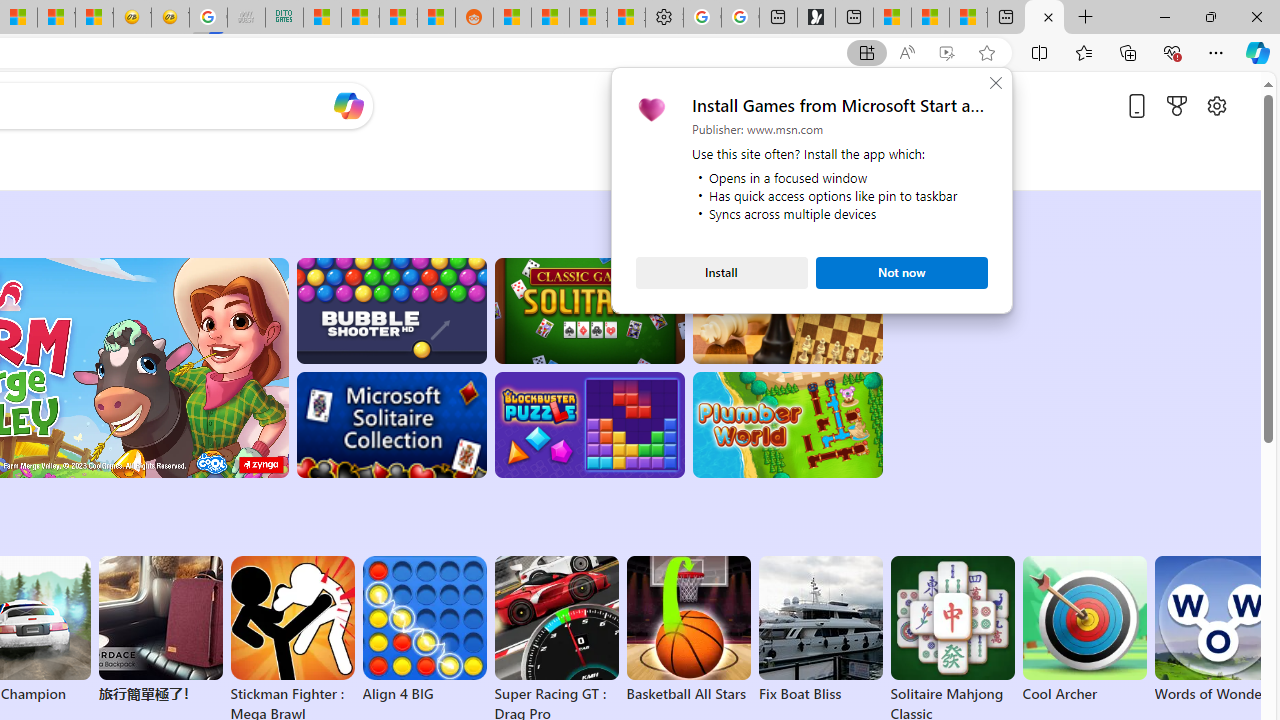 This screenshot has height=720, width=1280. I want to click on 'Align 4 BIG', so click(423, 630).